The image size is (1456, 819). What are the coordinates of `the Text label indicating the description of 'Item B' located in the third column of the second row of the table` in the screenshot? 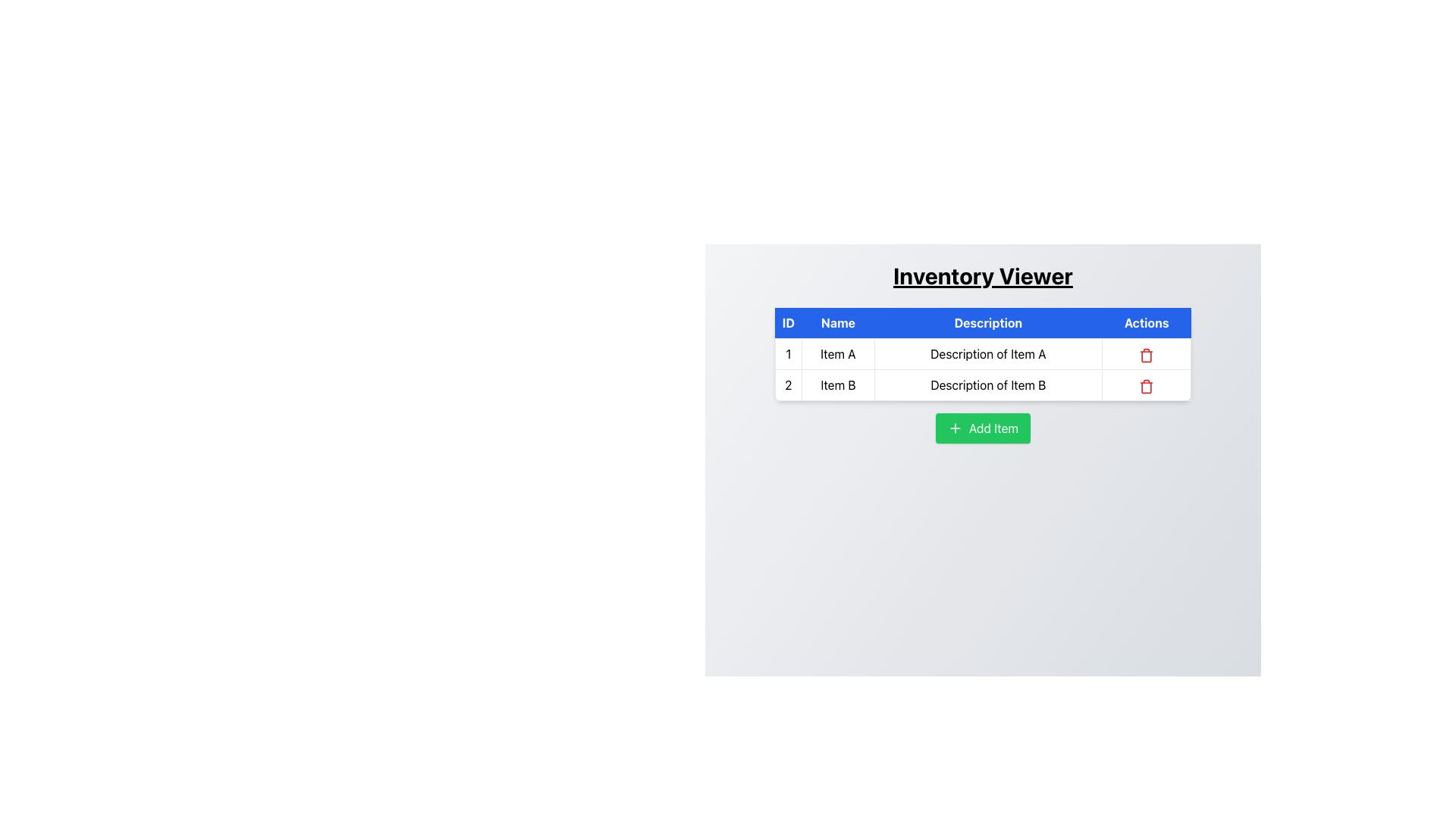 It's located at (988, 384).